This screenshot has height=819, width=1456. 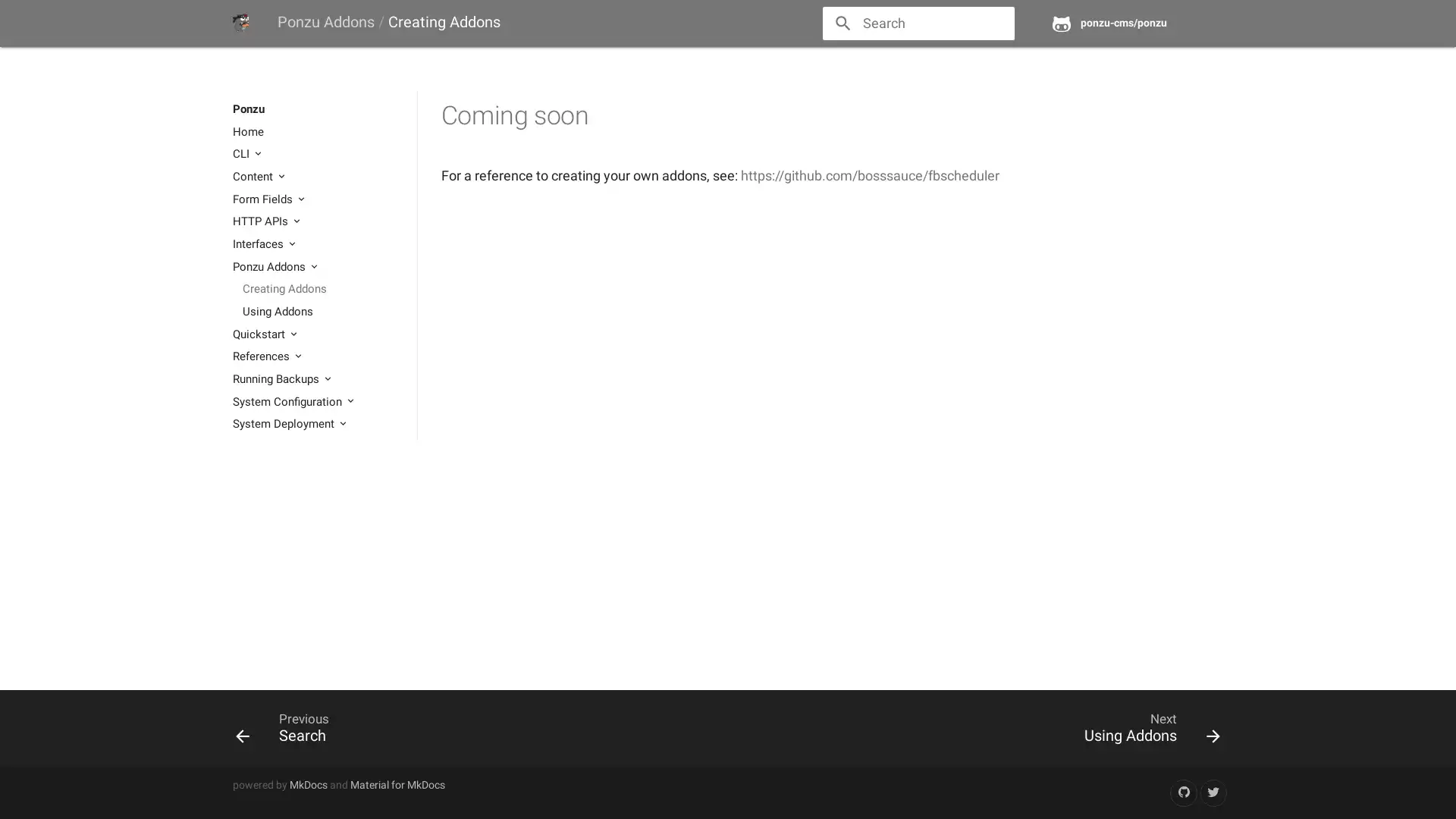 What do you see at coordinates (994, 23) in the screenshot?
I see `close` at bounding box center [994, 23].